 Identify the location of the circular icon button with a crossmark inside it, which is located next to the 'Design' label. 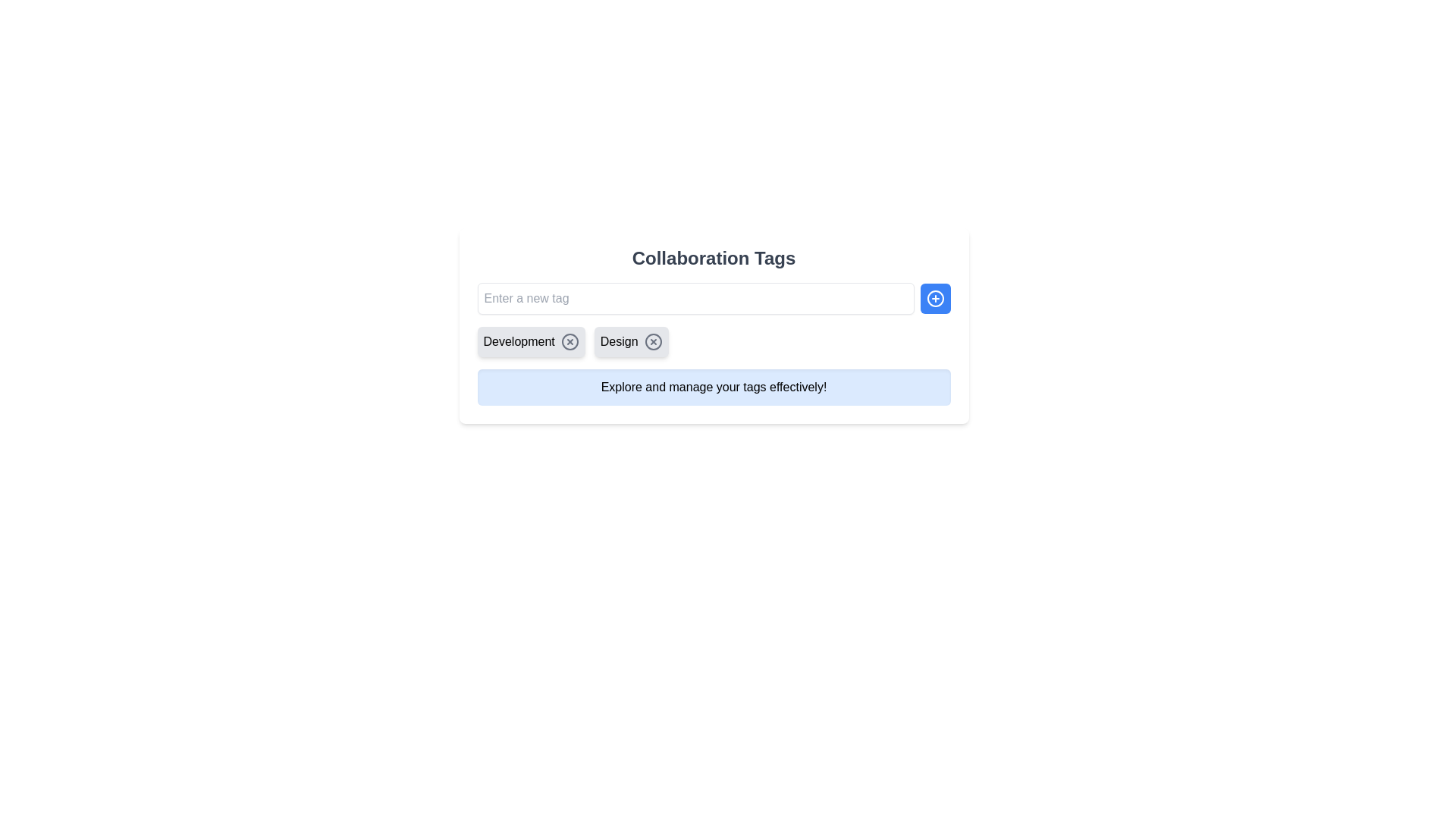
(653, 342).